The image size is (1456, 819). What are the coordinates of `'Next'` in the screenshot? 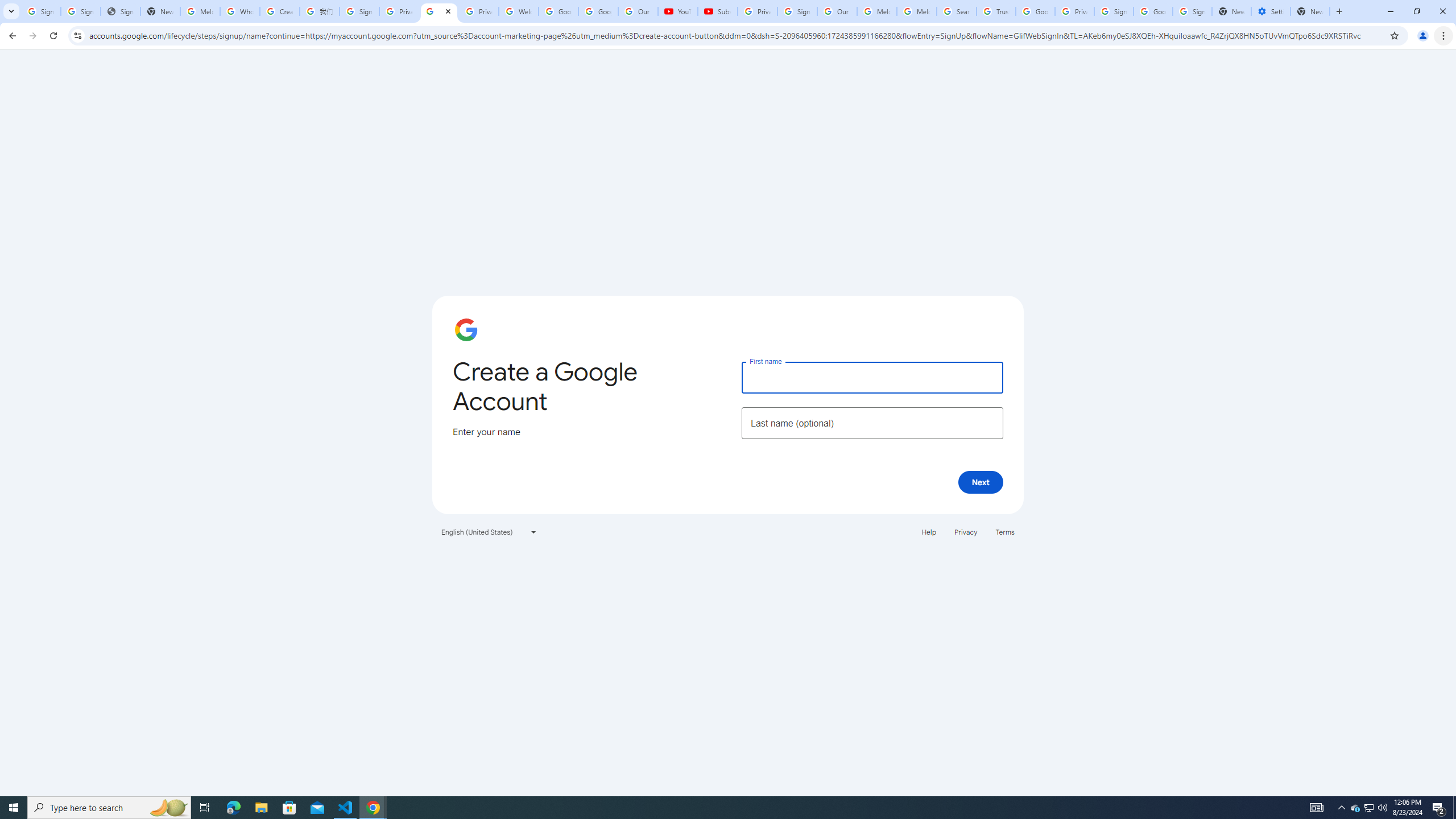 It's located at (981, 481).